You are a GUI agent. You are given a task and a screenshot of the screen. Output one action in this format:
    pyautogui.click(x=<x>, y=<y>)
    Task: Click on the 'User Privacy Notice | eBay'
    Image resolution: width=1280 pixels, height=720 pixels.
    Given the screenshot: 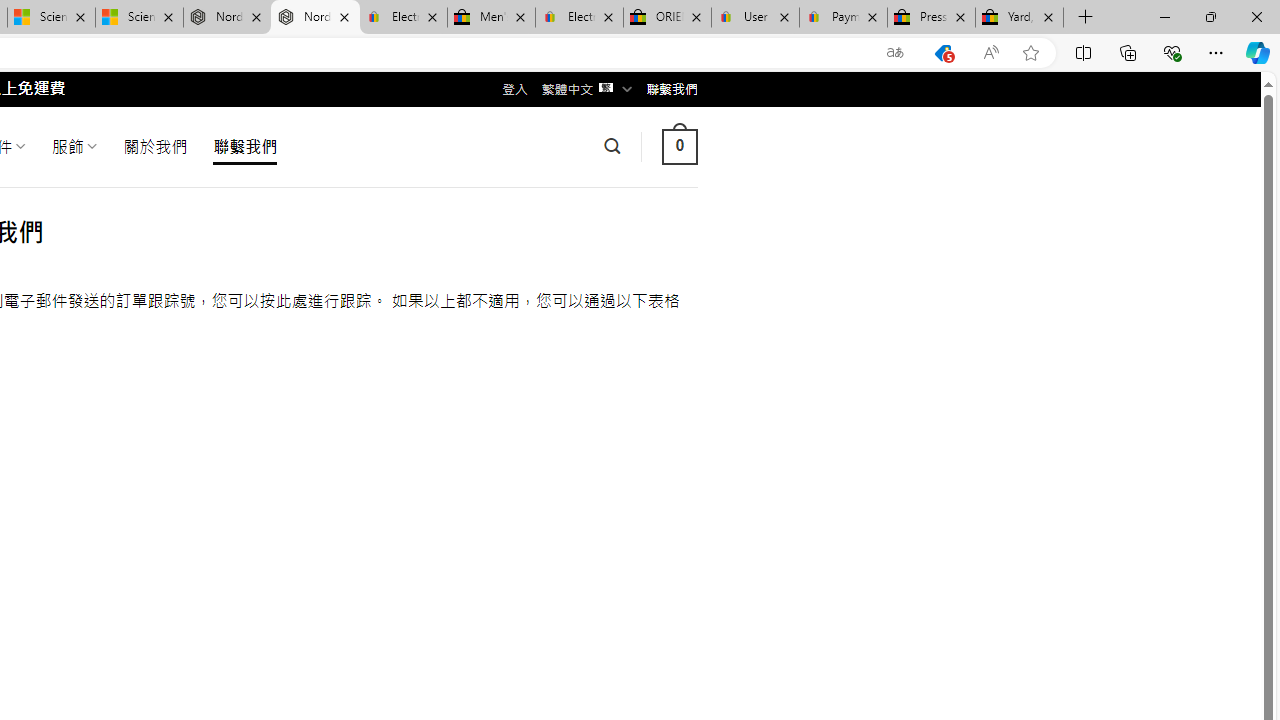 What is the action you would take?
    pyautogui.click(x=754, y=17)
    